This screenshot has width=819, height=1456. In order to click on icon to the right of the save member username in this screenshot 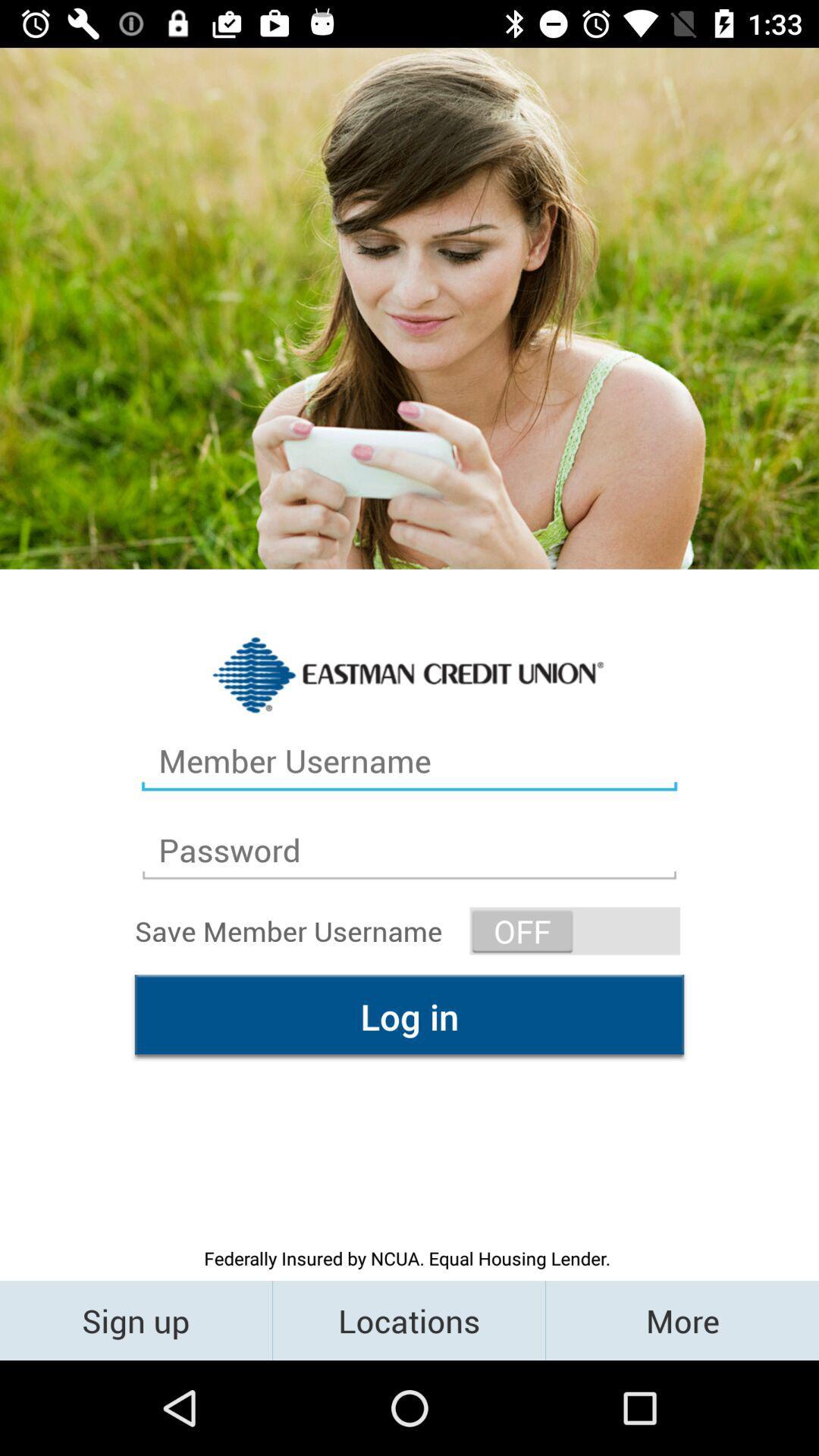, I will do `click(575, 930)`.